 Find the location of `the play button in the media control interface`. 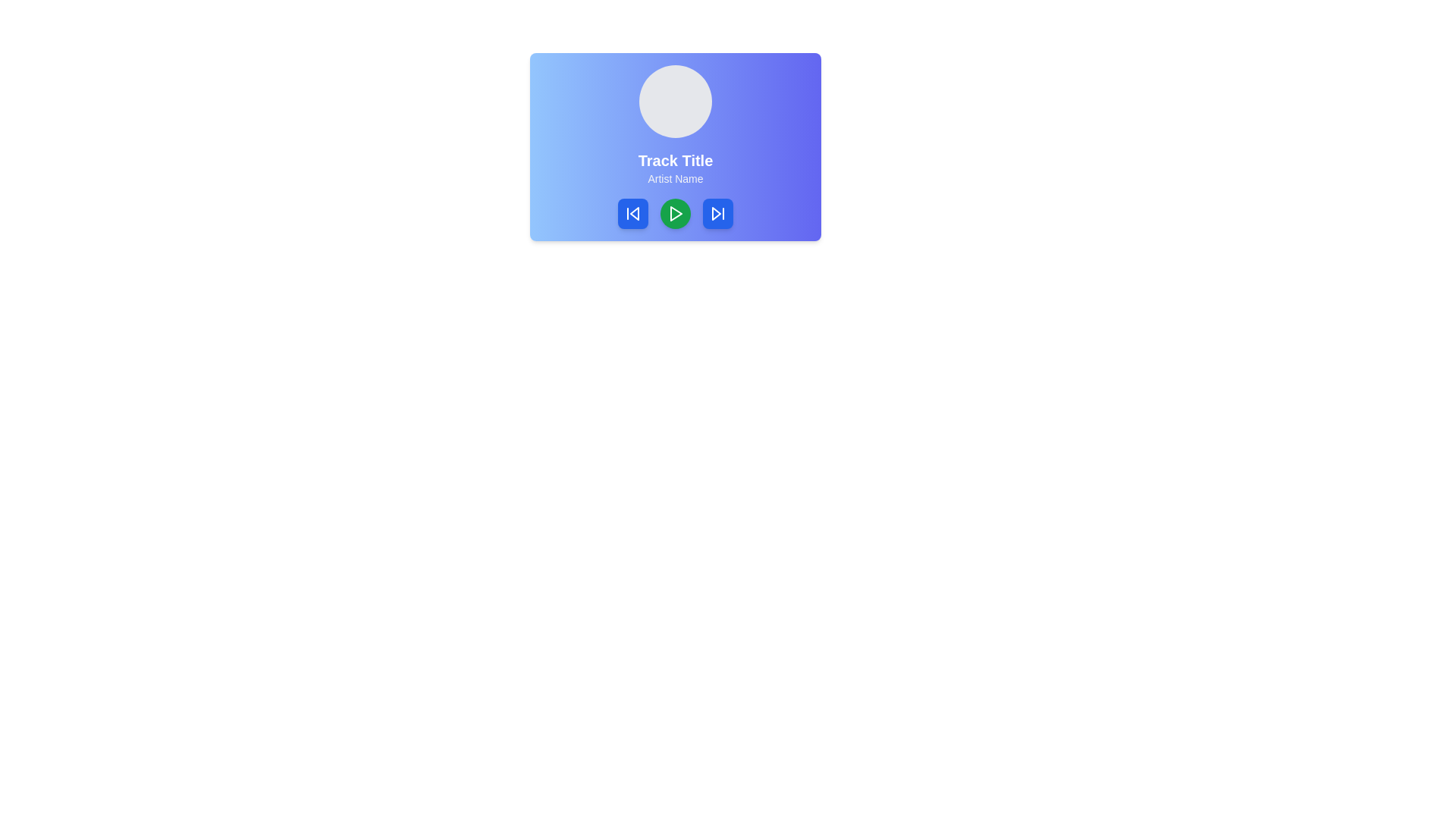

the play button in the media control interface is located at coordinates (675, 213).